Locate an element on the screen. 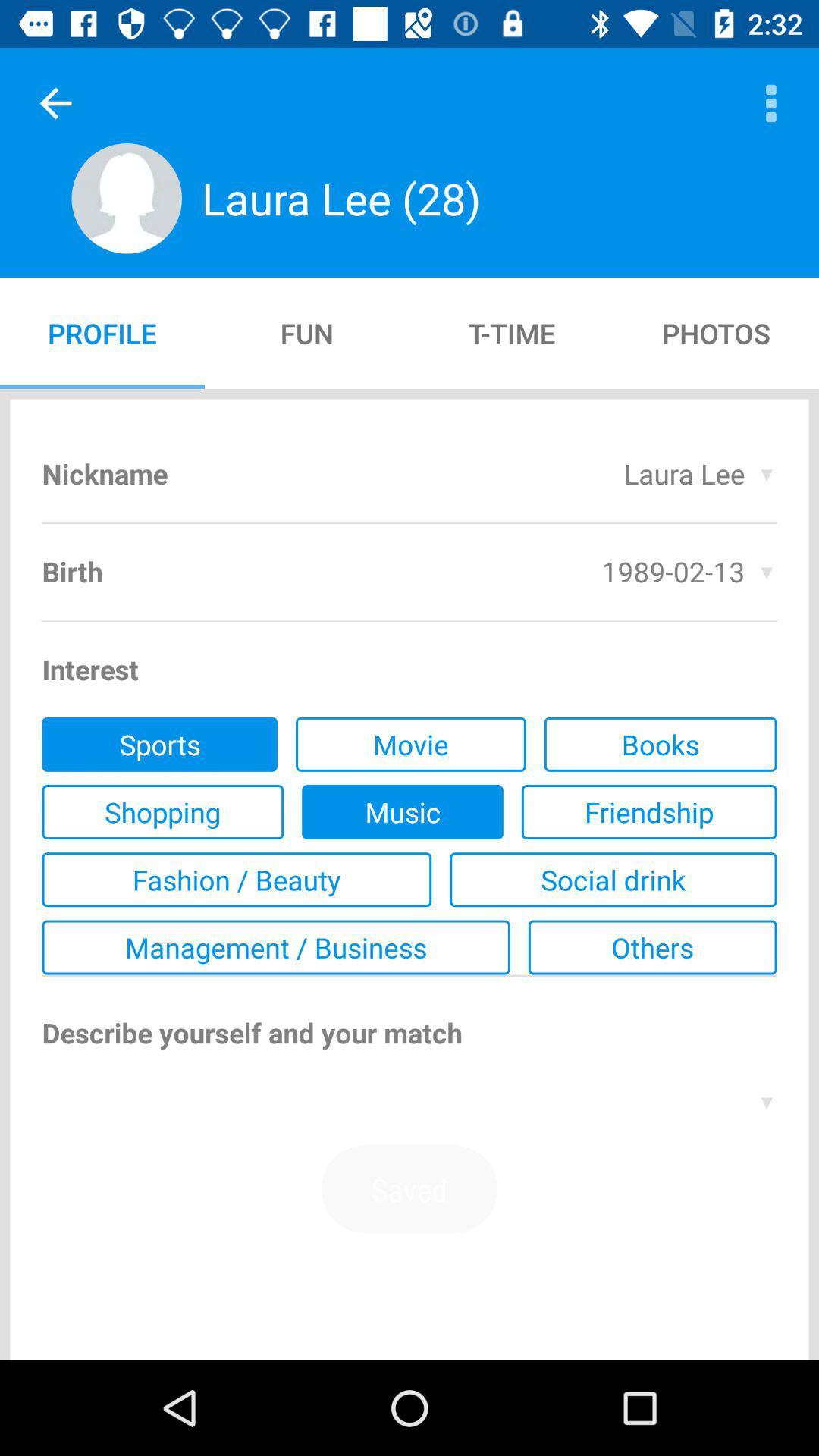 Image resolution: width=819 pixels, height=1456 pixels. icon to the left of friendship icon is located at coordinates (402, 811).